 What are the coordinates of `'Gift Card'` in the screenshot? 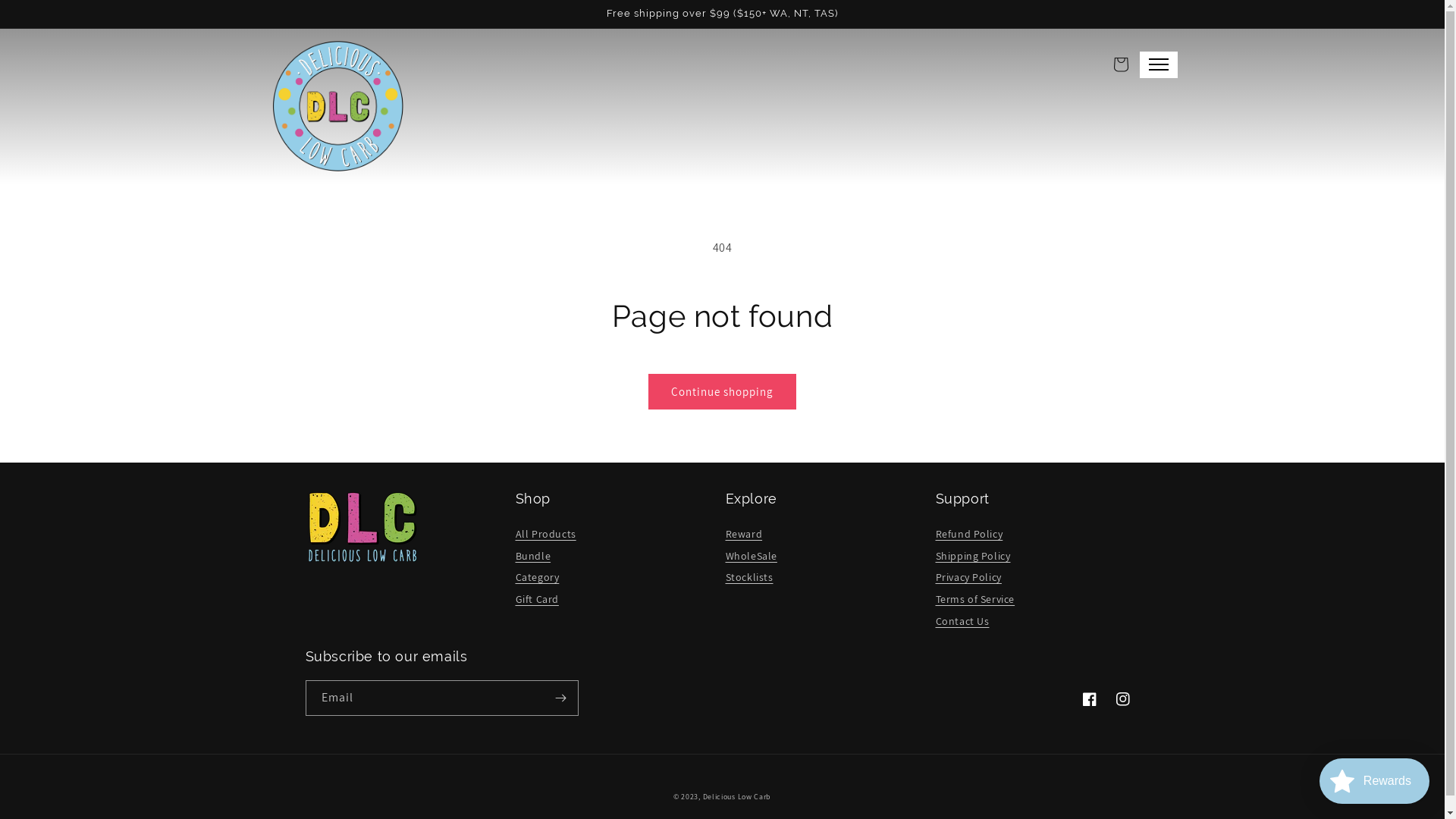 It's located at (516, 598).